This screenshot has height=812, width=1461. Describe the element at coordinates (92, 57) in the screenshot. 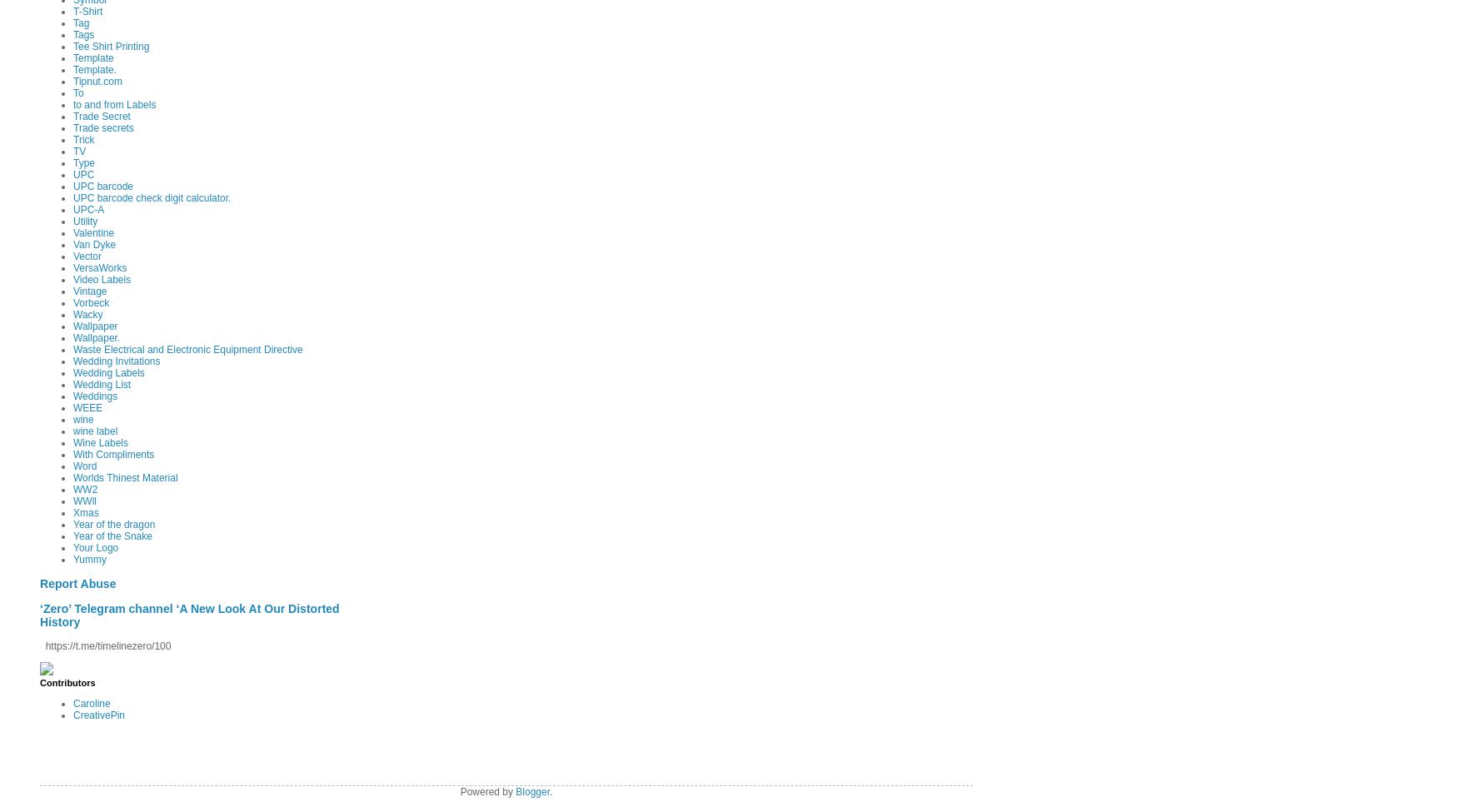

I see `'Template'` at that location.